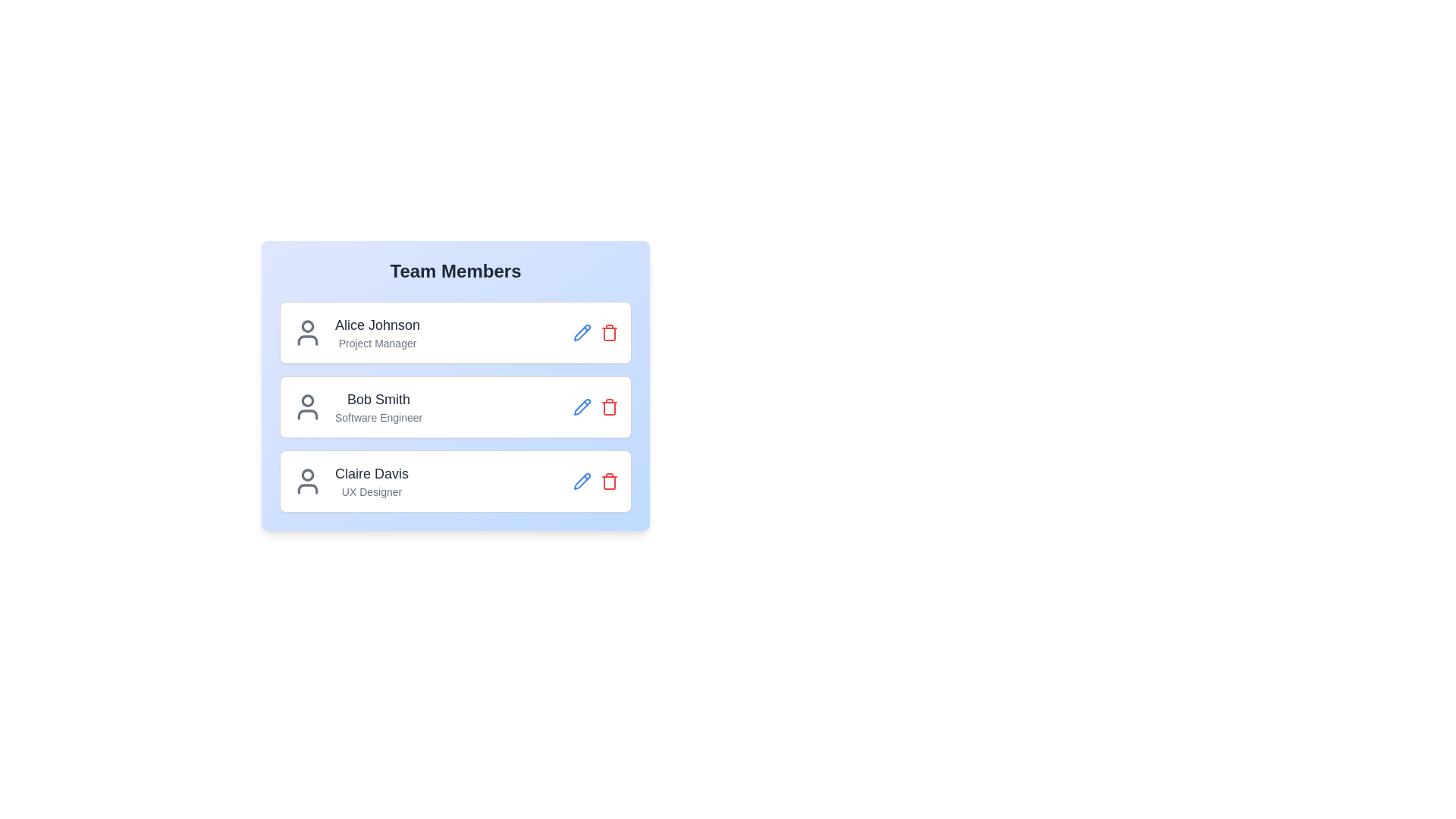  Describe the element at coordinates (610, 332) in the screenshot. I see `delete button for the team member Alice Johnson` at that location.